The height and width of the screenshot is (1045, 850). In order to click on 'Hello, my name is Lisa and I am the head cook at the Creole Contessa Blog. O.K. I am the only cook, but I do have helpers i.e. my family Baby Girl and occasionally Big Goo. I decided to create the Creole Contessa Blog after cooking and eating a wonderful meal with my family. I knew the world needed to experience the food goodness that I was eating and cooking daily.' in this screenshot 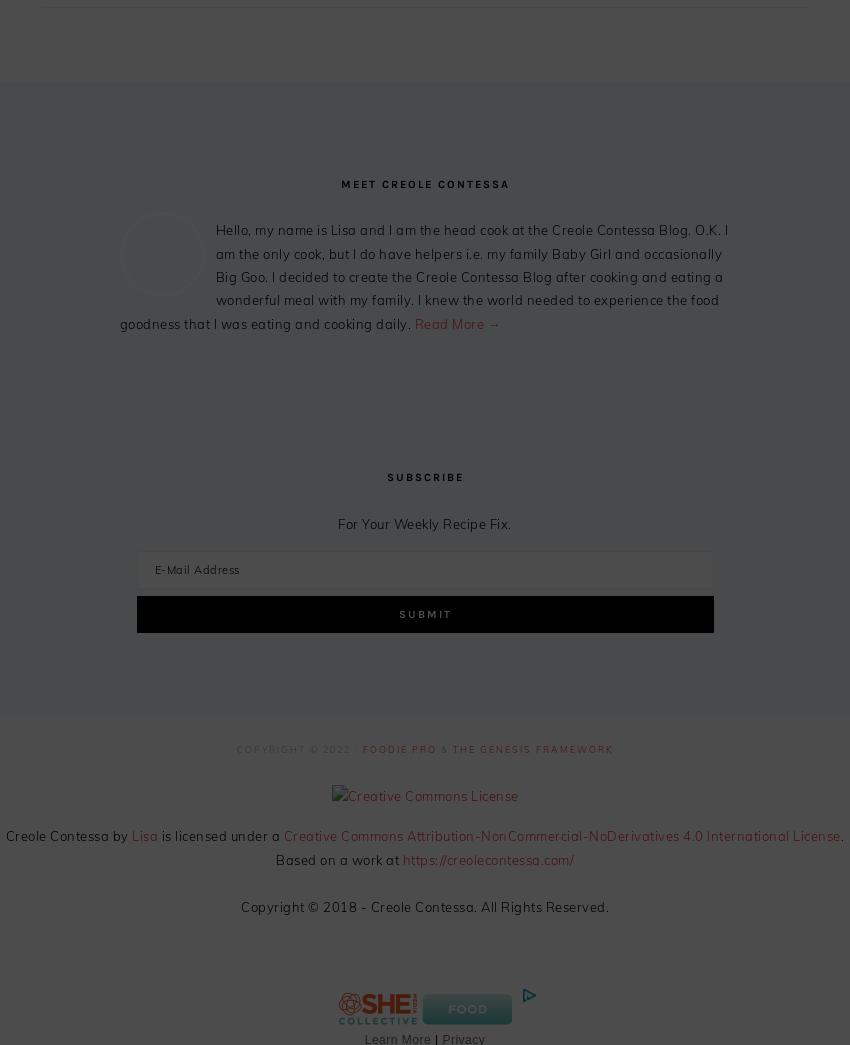, I will do `click(423, 275)`.